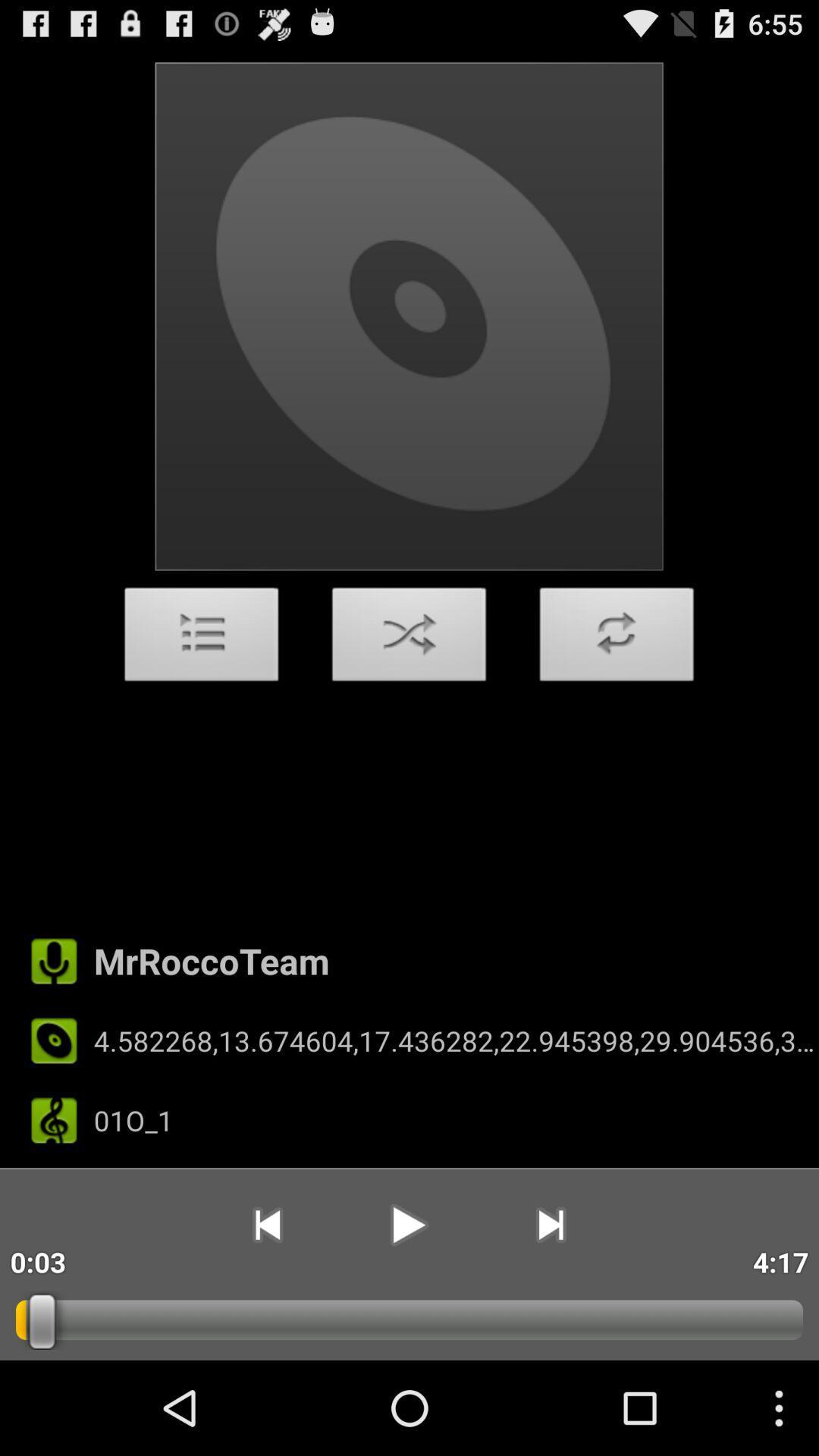 The height and width of the screenshot is (1456, 819). What do you see at coordinates (201, 639) in the screenshot?
I see `the item above mrroccoteam item` at bounding box center [201, 639].